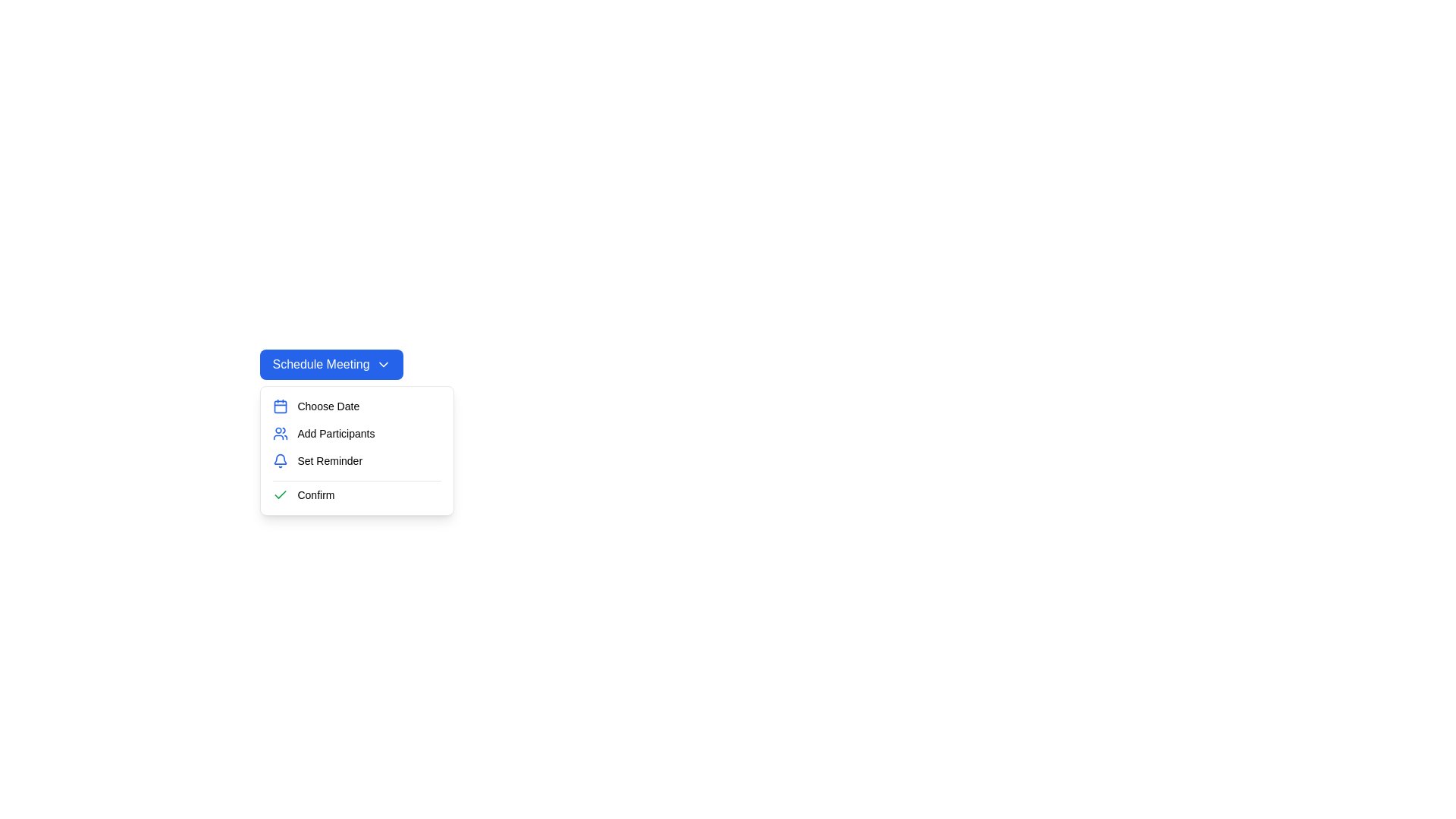 This screenshot has height=819, width=1456. Describe the element at coordinates (281, 494) in the screenshot. I see `the checkmark icon located next to the 'Confirm' item in the dropdown menu to indicate a successful action` at that location.